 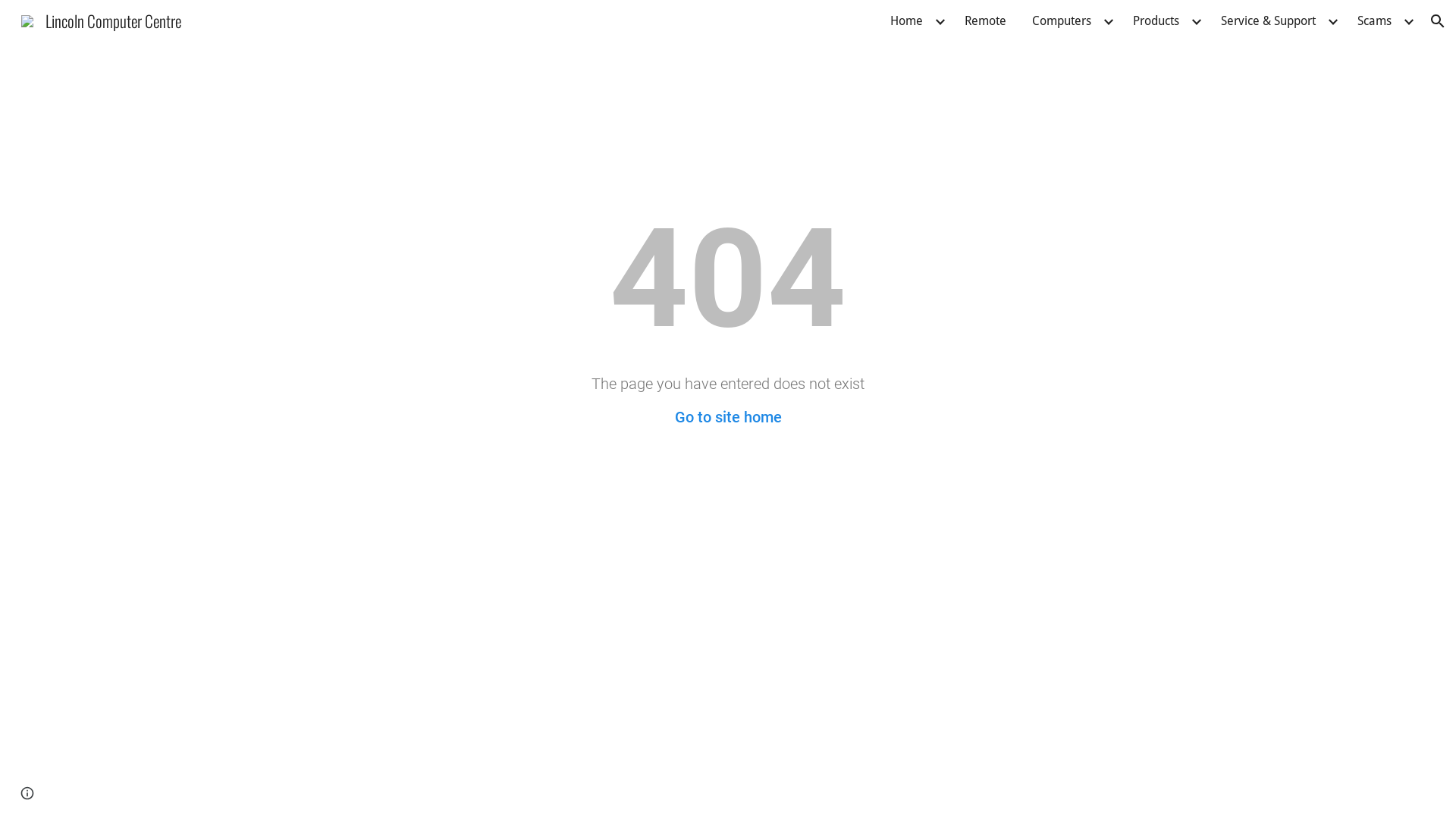 What do you see at coordinates (985, 20) in the screenshot?
I see `'Remote'` at bounding box center [985, 20].